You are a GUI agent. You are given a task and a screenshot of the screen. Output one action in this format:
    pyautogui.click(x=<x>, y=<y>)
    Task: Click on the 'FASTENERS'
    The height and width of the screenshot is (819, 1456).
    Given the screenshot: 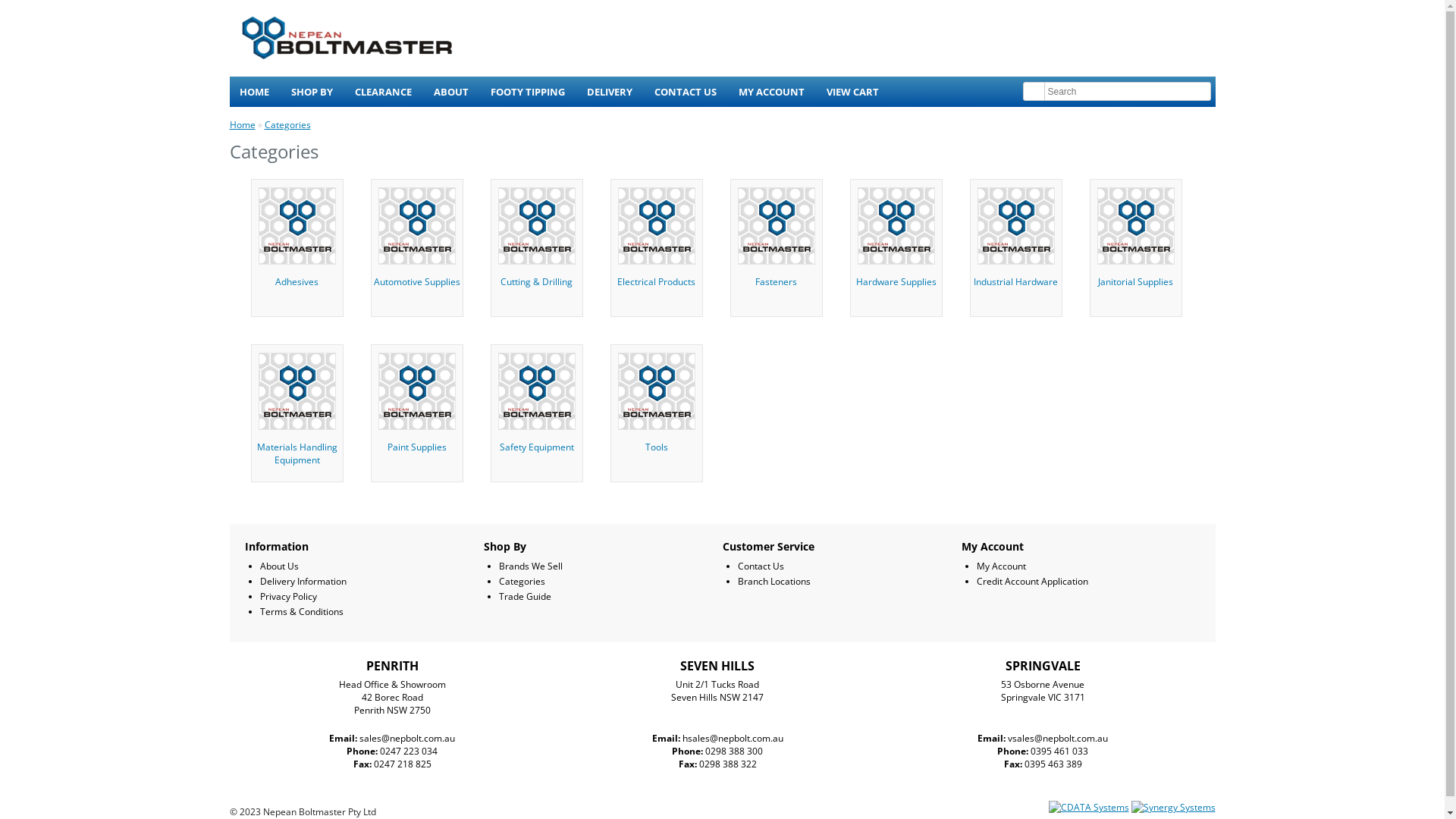 What is the action you would take?
    pyautogui.click(x=775, y=225)
    